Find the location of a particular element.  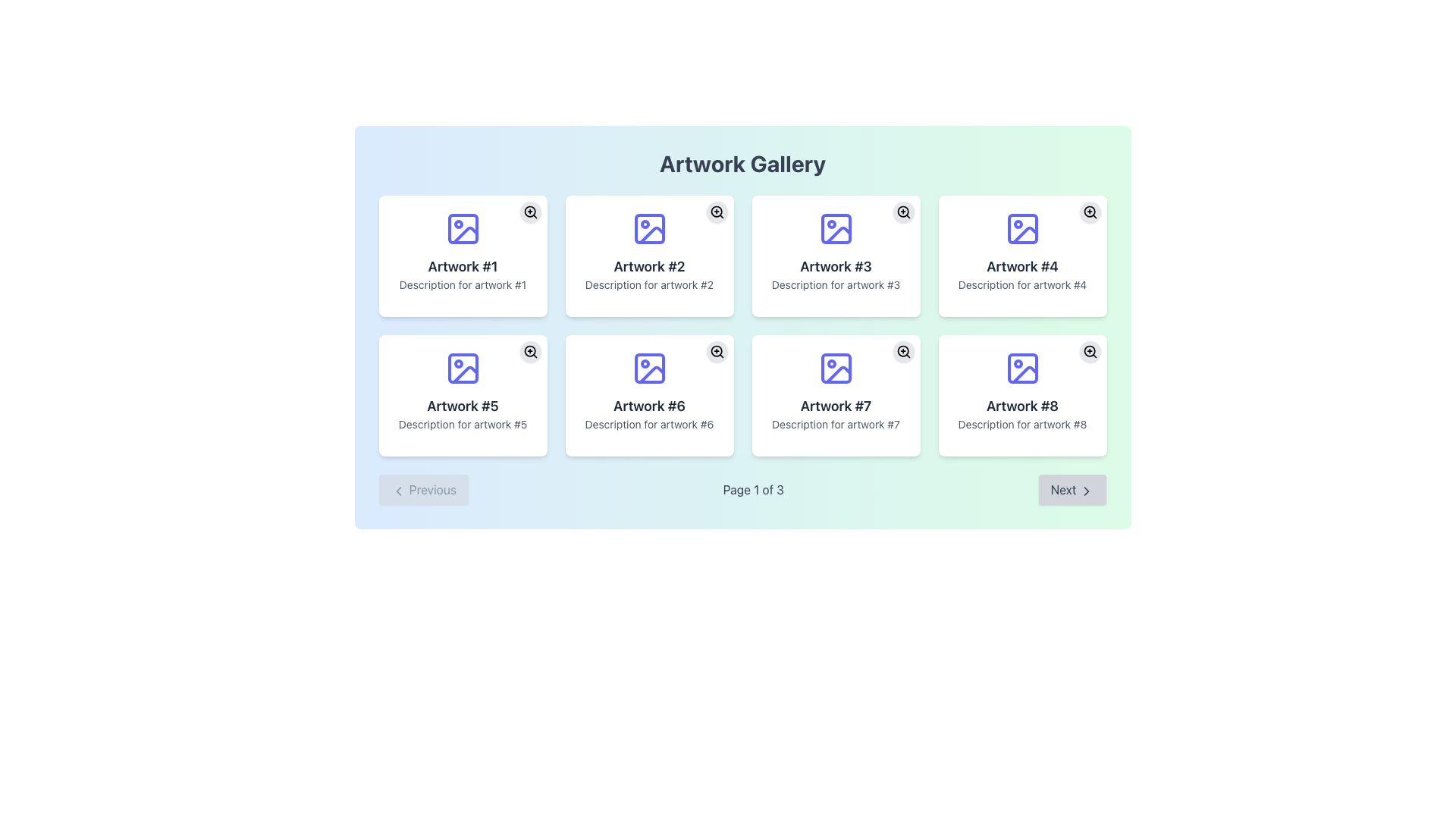

the text label that serves as a description for the artwork entry located beneath the 'Artwork #6' title in the sixth card of the 'Artwork Gallery' is located at coordinates (649, 424).